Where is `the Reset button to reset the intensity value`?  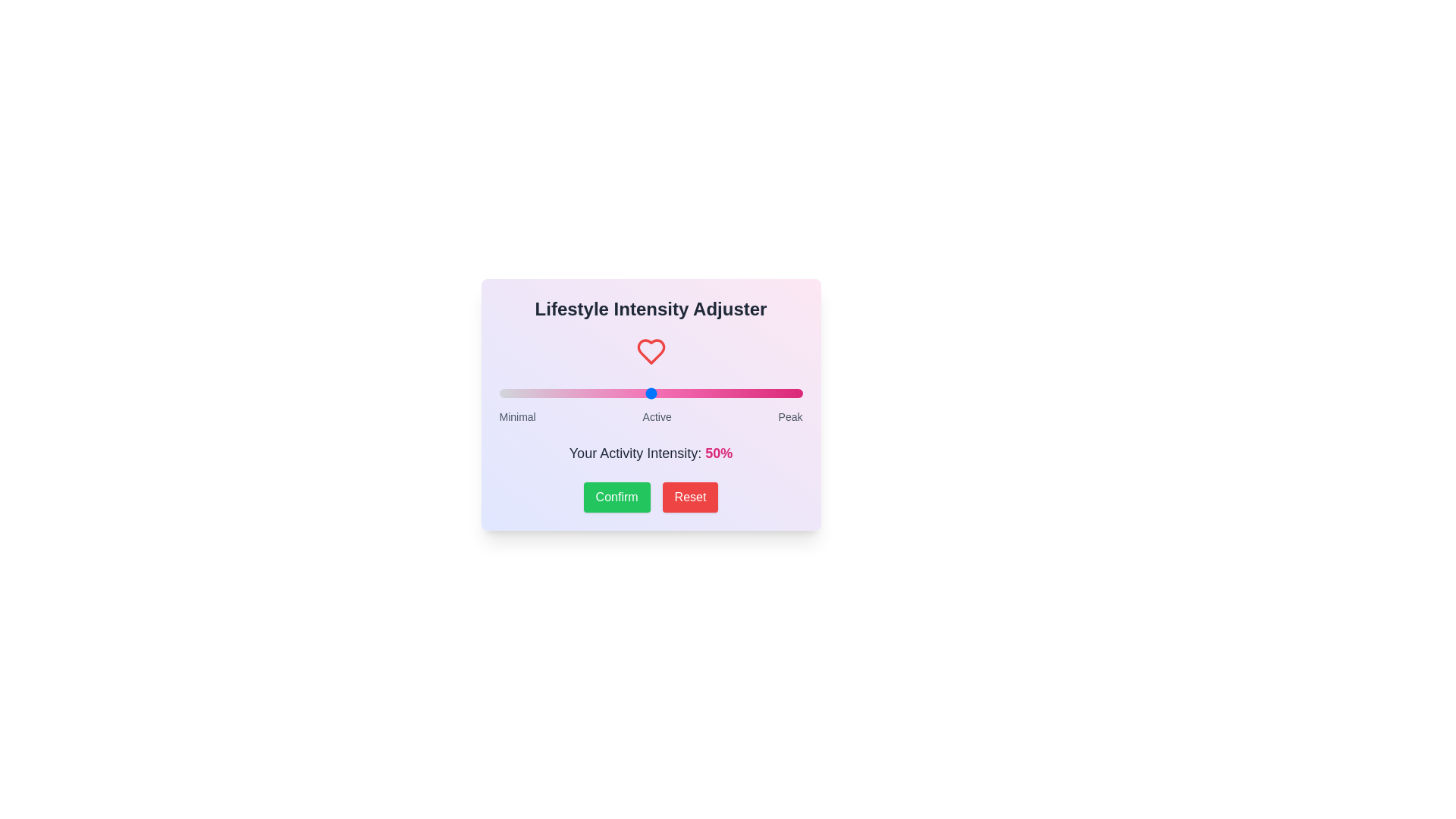 the Reset button to reset the intensity value is located at coordinates (689, 497).